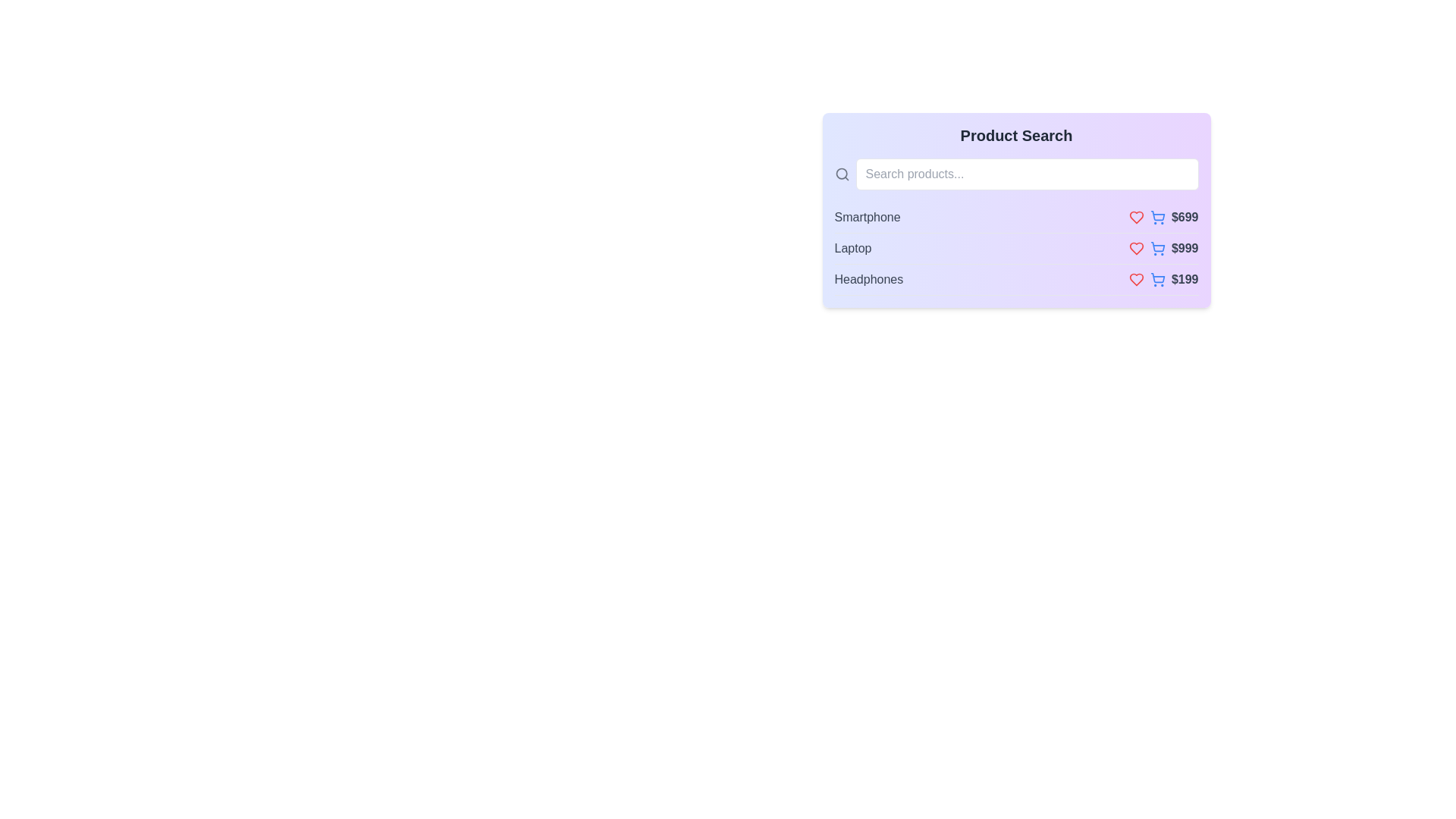 Image resolution: width=1456 pixels, height=819 pixels. What do you see at coordinates (868, 217) in the screenshot?
I see `the static text label indicating the product name 'Smartphone'` at bounding box center [868, 217].